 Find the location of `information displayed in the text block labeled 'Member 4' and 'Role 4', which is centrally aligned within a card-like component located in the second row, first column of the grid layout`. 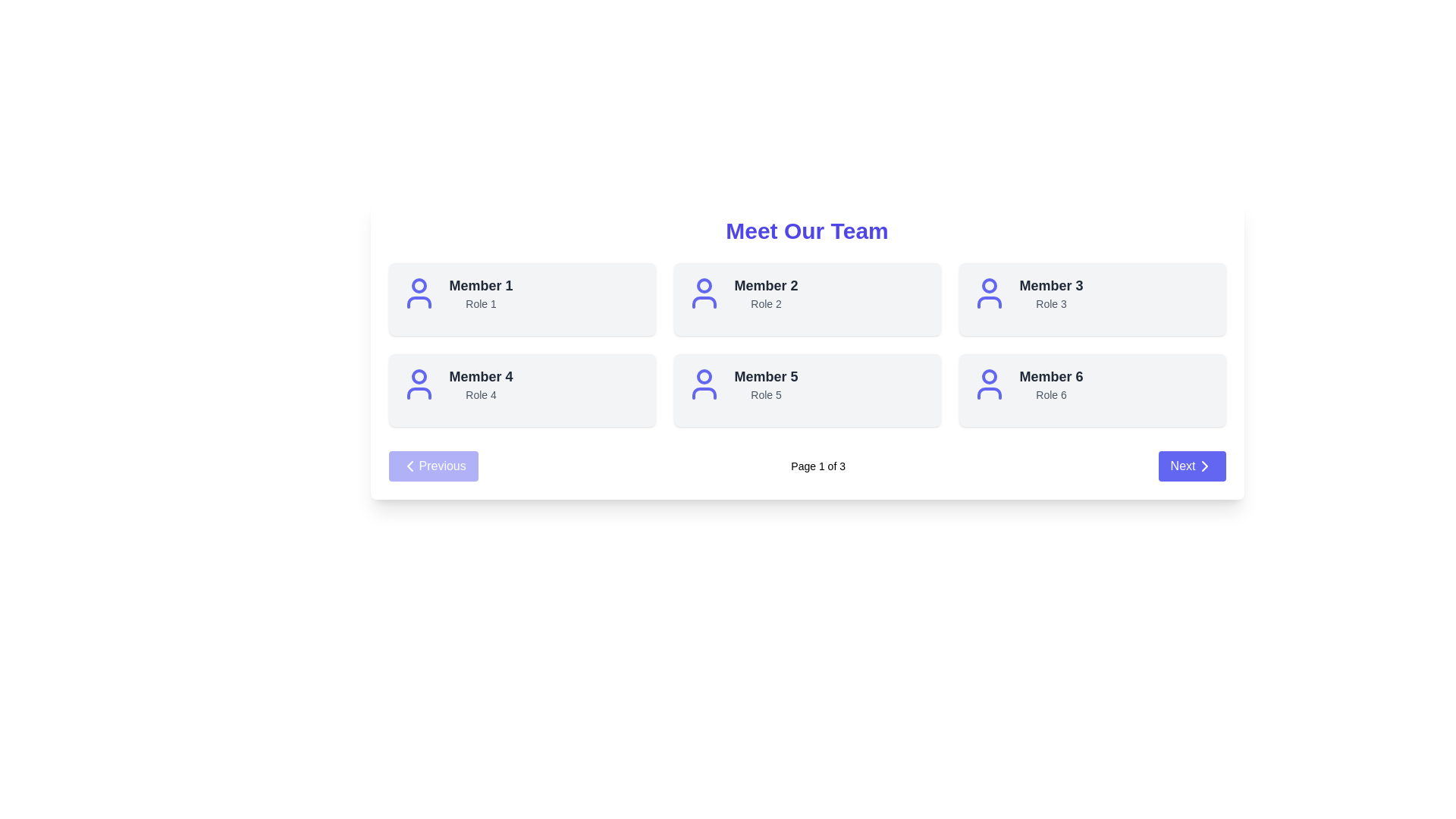

information displayed in the text block labeled 'Member 4' and 'Role 4', which is centrally aligned within a card-like component located in the second row, first column of the grid layout is located at coordinates (480, 383).